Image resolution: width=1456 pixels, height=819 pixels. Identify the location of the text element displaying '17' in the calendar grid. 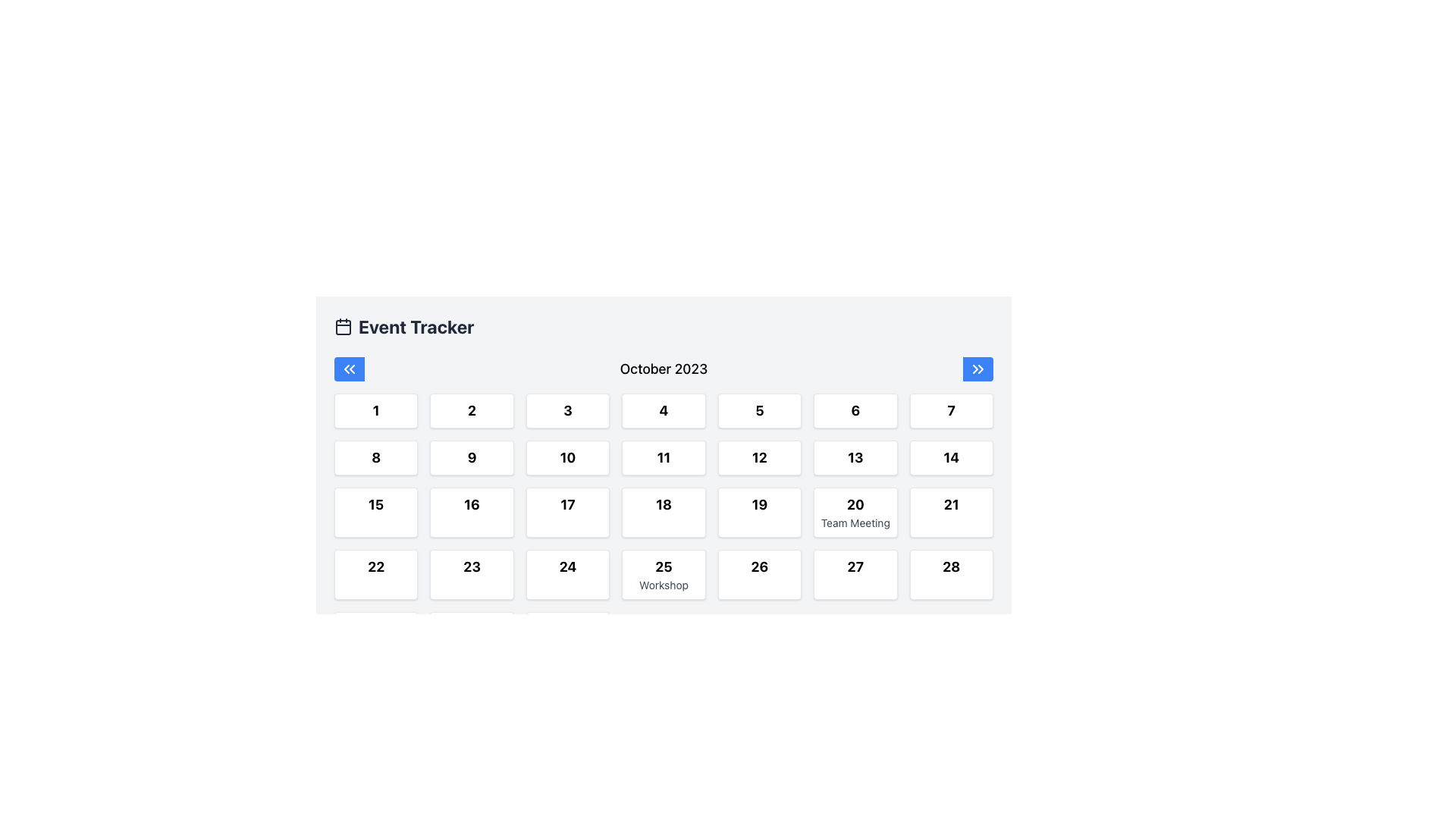
(566, 505).